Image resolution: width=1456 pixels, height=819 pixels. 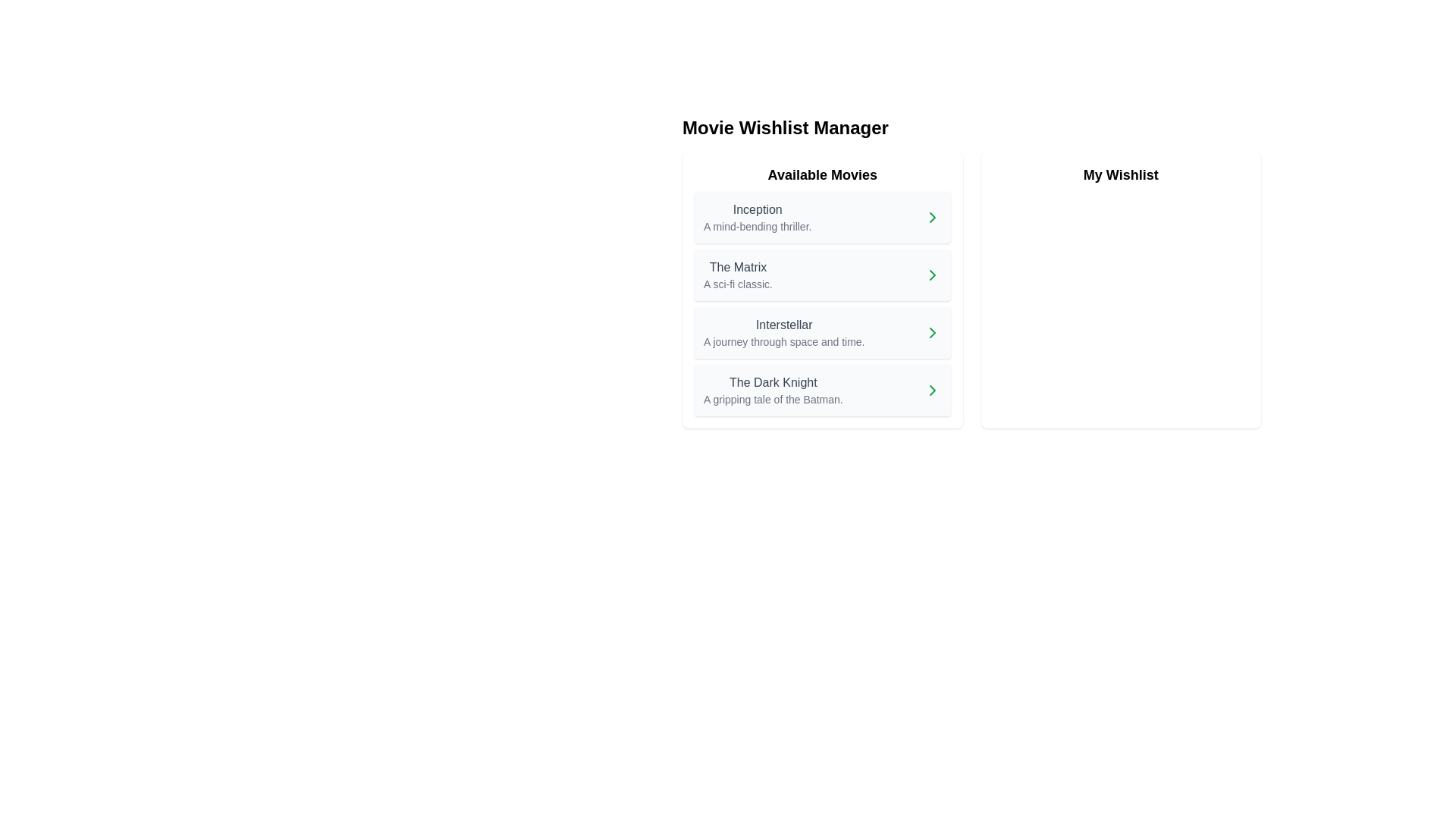 What do you see at coordinates (1121, 174) in the screenshot?
I see `the Label or static text header that serves as the title indication for its section, located on the right side of the layout adjacent to 'Available Movies'` at bounding box center [1121, 174].